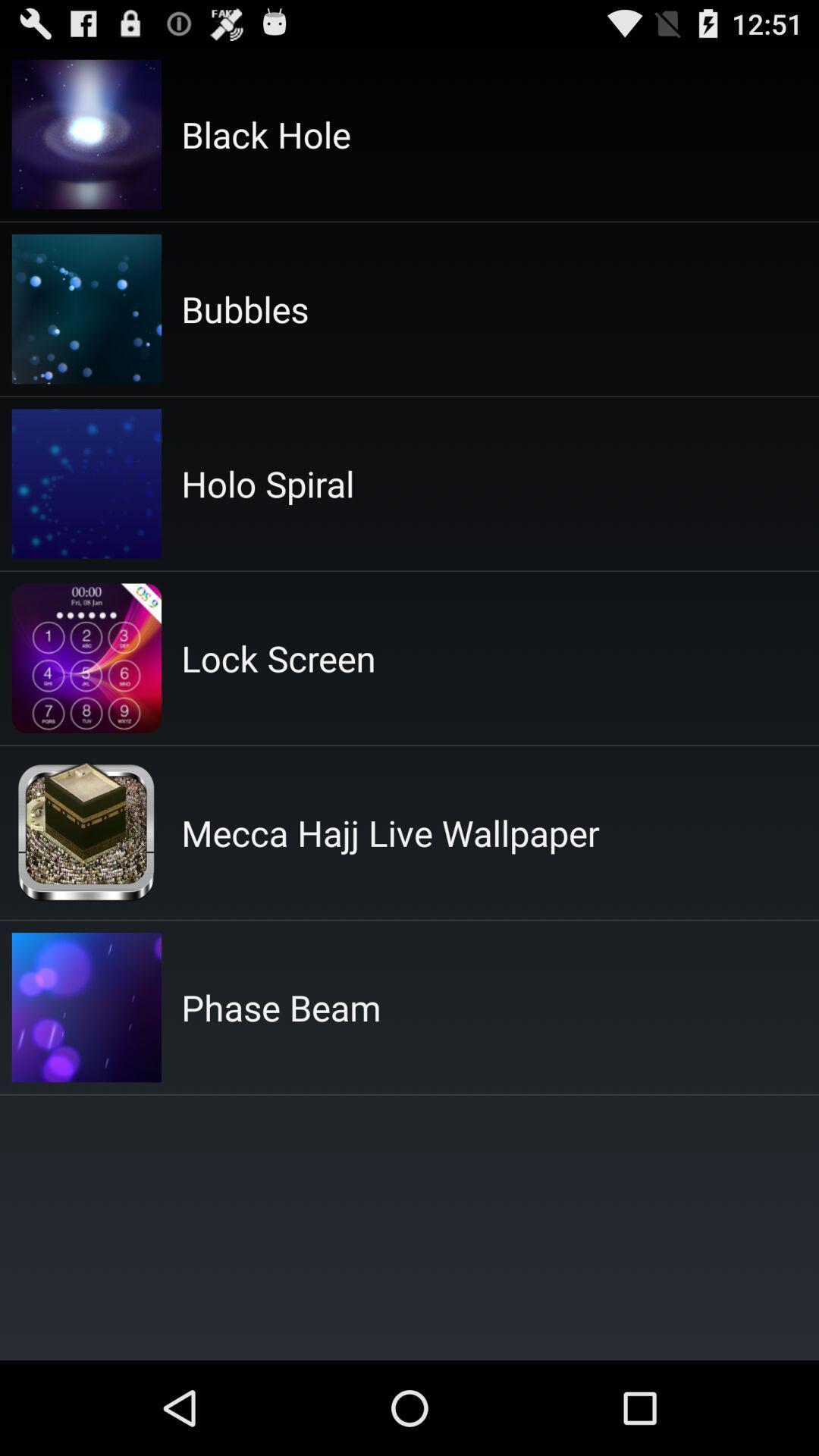 The image size is (819, 1456). What do you see at coordinates (267, 482) in the screenshot?
I see `the app below the bubbles app` at bounding box center [267, 482].